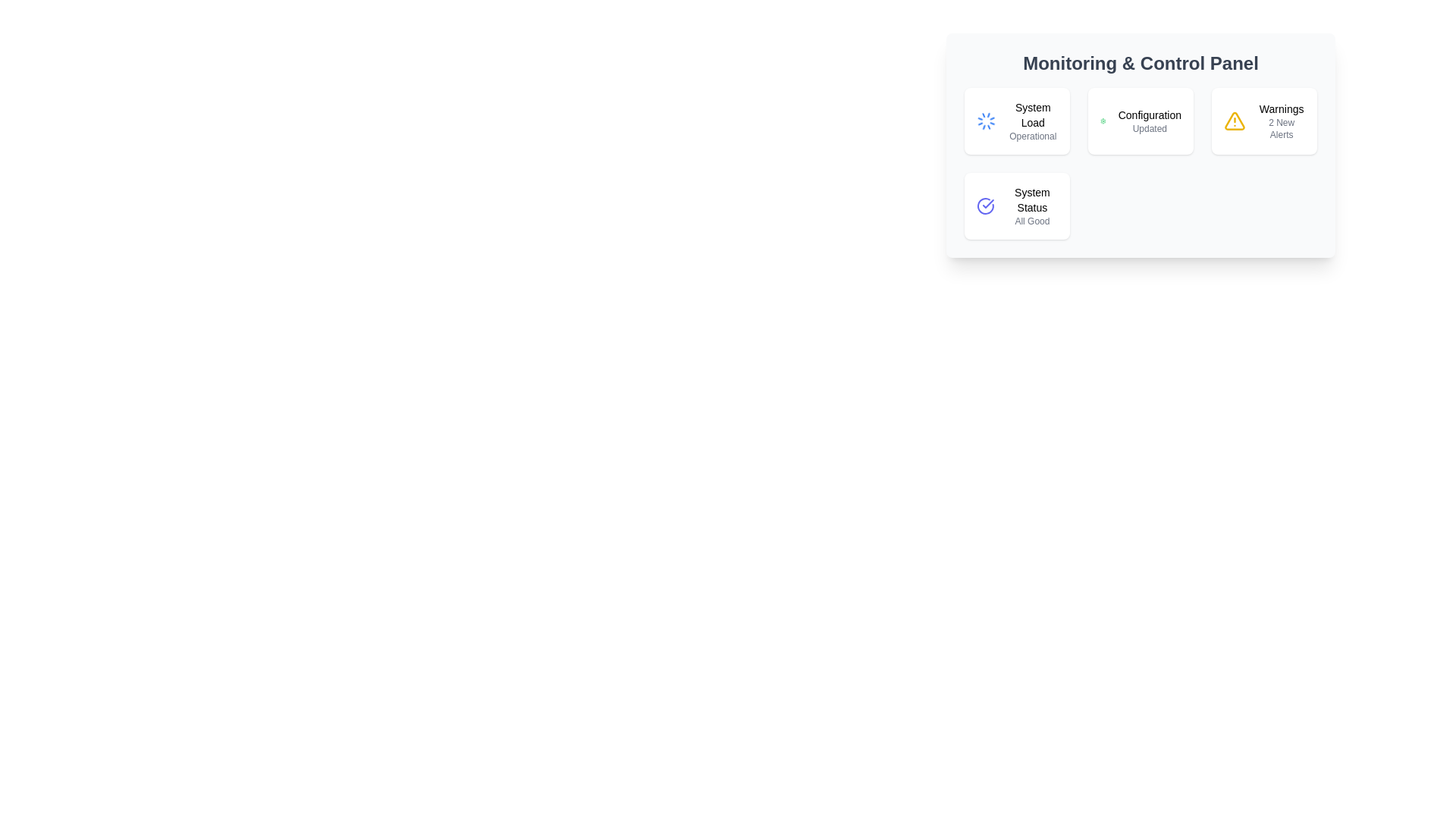 The image size is (1456, 819). Describe the element at coordinates (1150, 120) in the screenshot. I see `text label that displays 'Configuration' in bold and 'Updated' in a lighter font, located within a rounded white box in the Monitoring & Control Panel section` at that location.